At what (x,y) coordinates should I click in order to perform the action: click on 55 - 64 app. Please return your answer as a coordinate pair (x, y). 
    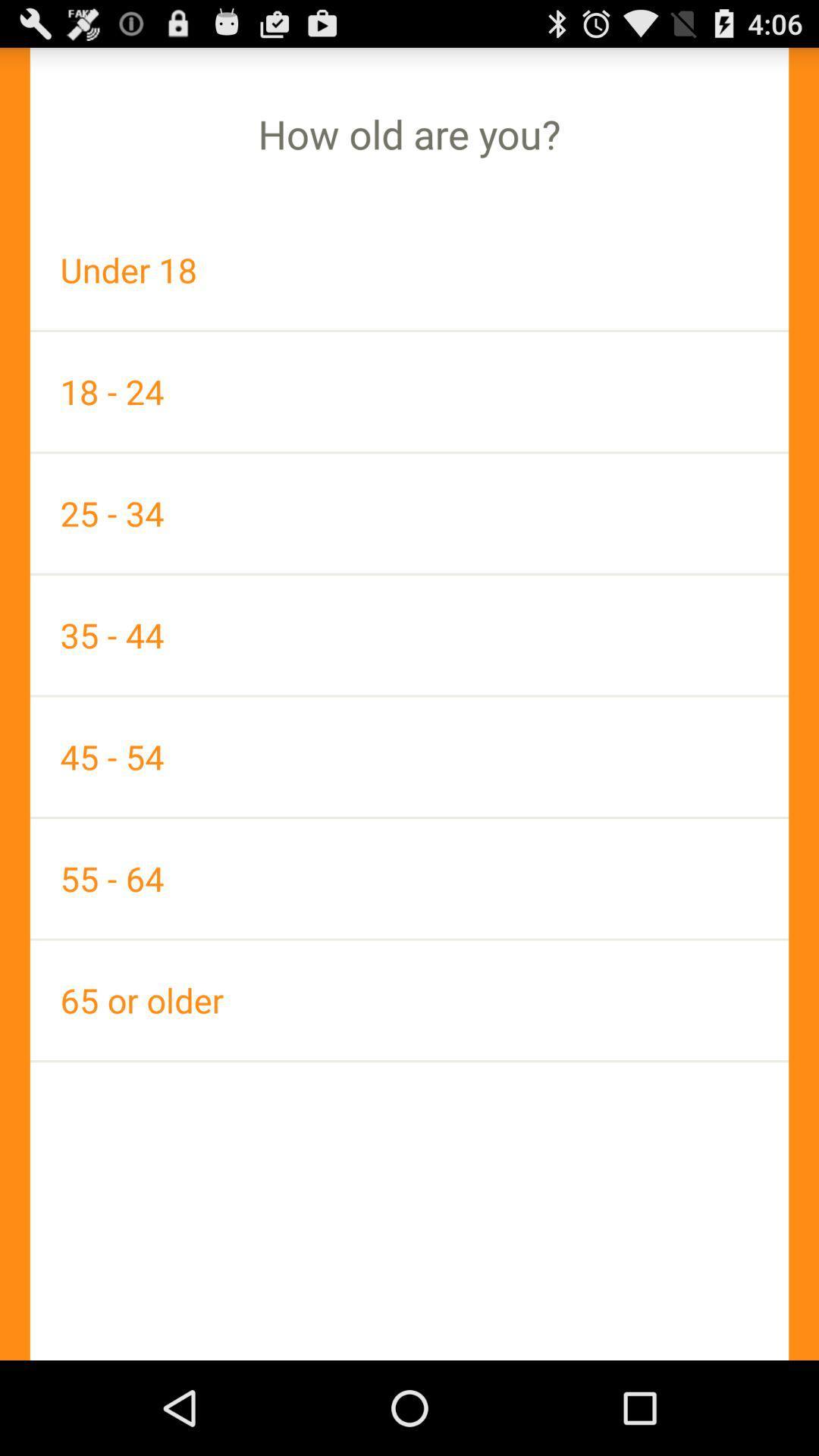
    Looking at the image, I should click on (409, 878).